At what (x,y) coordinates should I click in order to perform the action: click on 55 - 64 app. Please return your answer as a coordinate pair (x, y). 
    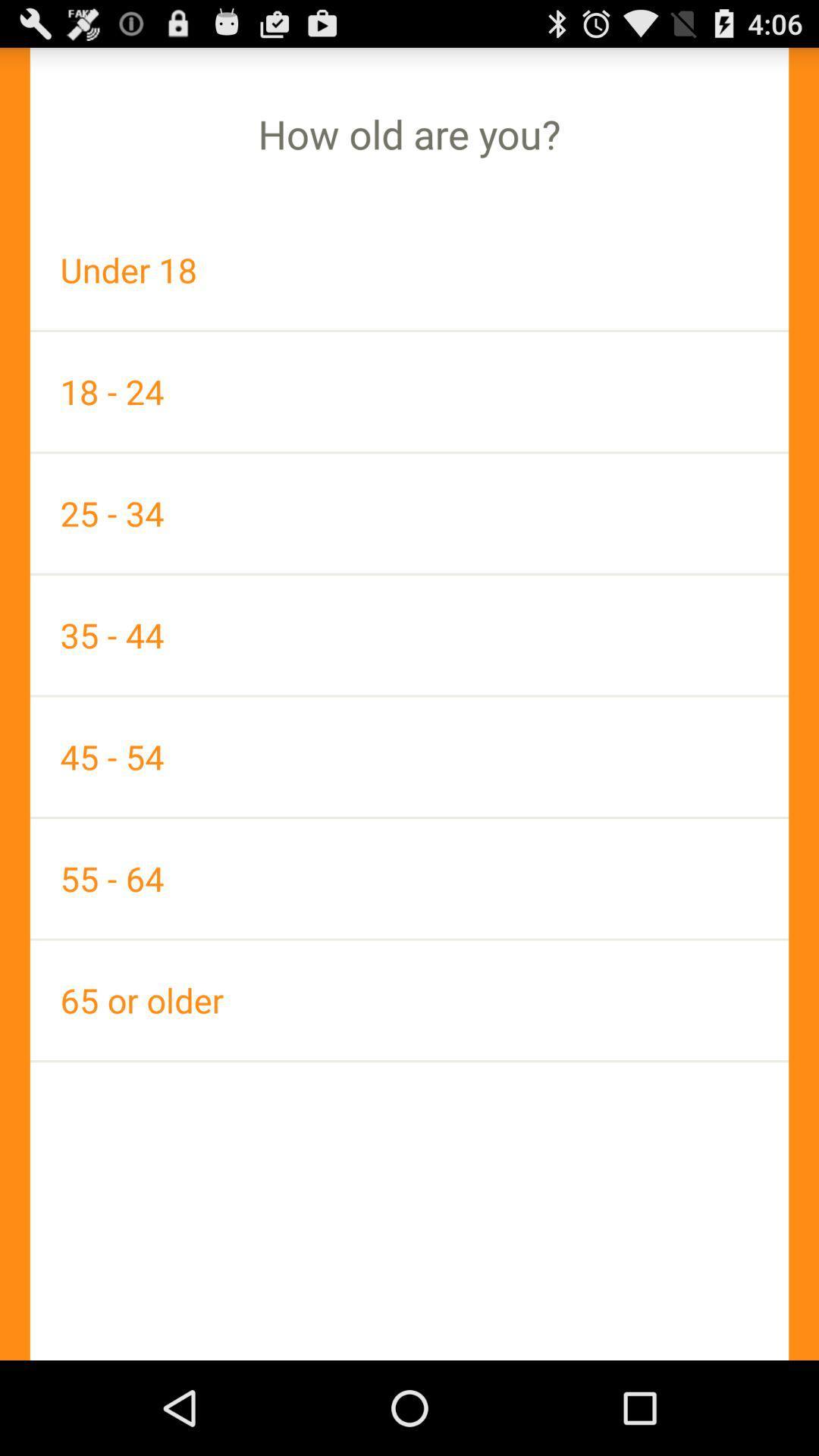
    Looking at the image, I should click on (409, 878).